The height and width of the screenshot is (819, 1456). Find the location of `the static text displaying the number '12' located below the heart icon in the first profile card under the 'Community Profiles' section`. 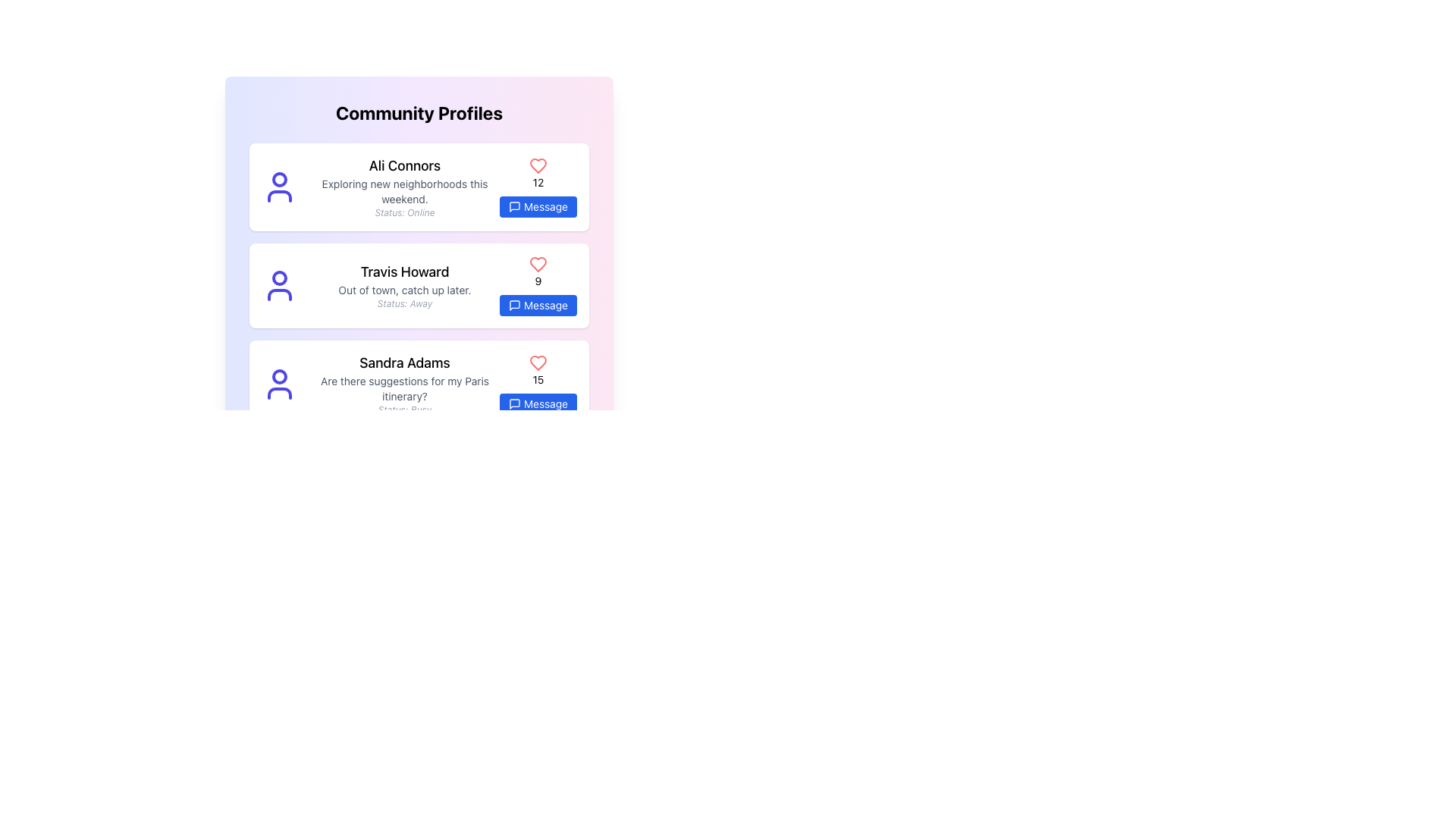

the static text displaying the number '12' located below the heart icon in the first profile card under the 'Community Profiles' section is located at coordinates (538, 181).